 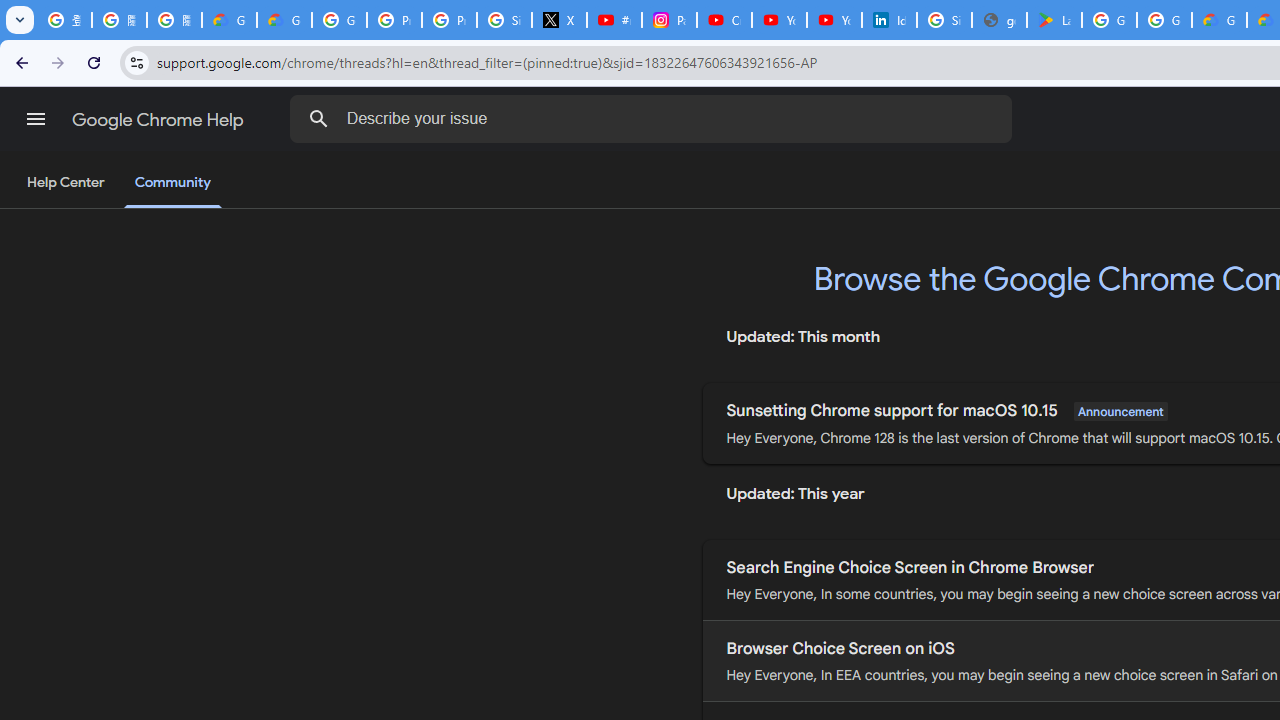 What do you see at coordinates (999, 20) in the screenshot?
I see `'google_privacy_policy_en.pdf'` at bounding box center [999, 20].